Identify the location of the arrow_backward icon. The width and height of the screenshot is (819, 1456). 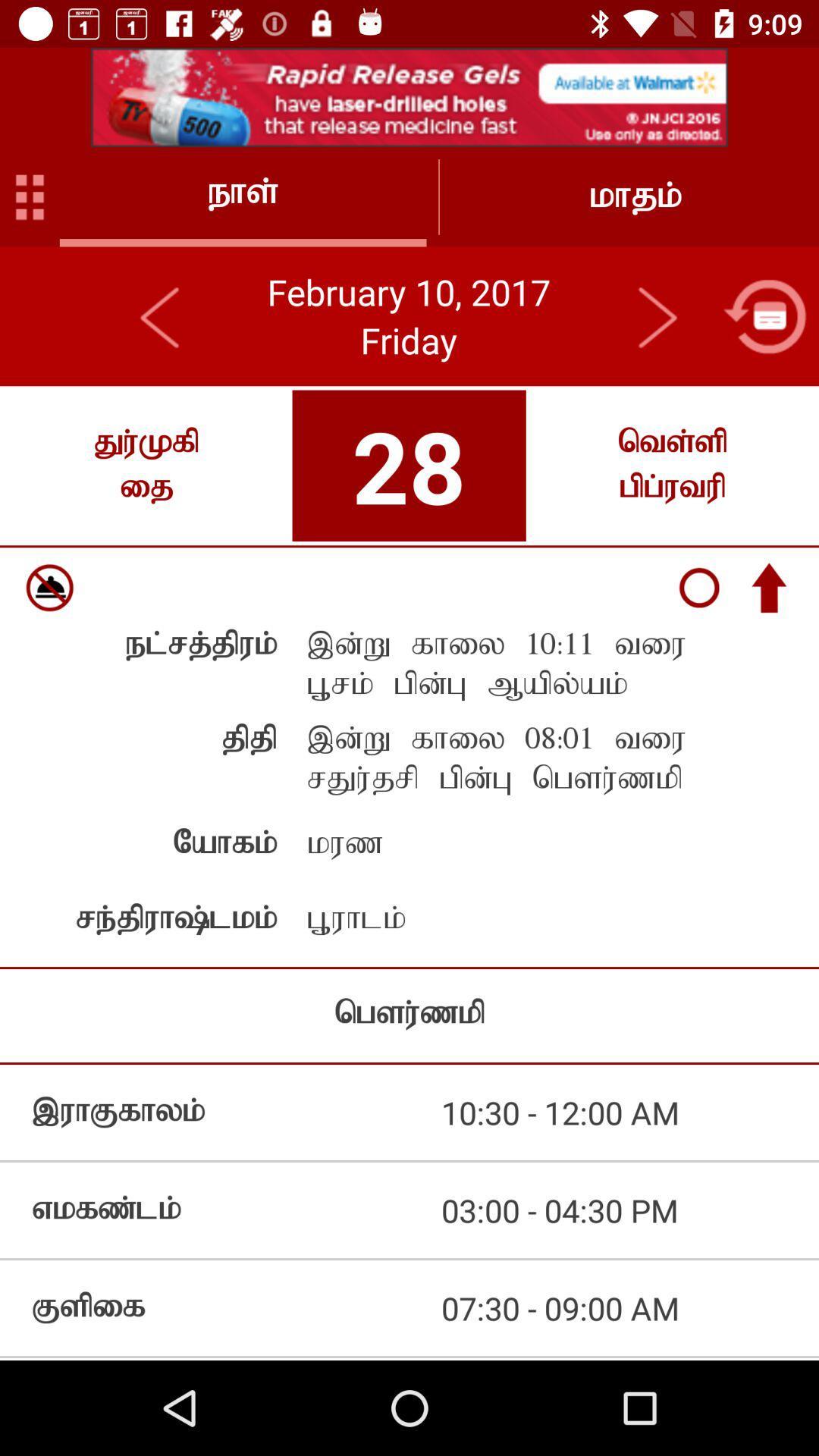
(161, 315).